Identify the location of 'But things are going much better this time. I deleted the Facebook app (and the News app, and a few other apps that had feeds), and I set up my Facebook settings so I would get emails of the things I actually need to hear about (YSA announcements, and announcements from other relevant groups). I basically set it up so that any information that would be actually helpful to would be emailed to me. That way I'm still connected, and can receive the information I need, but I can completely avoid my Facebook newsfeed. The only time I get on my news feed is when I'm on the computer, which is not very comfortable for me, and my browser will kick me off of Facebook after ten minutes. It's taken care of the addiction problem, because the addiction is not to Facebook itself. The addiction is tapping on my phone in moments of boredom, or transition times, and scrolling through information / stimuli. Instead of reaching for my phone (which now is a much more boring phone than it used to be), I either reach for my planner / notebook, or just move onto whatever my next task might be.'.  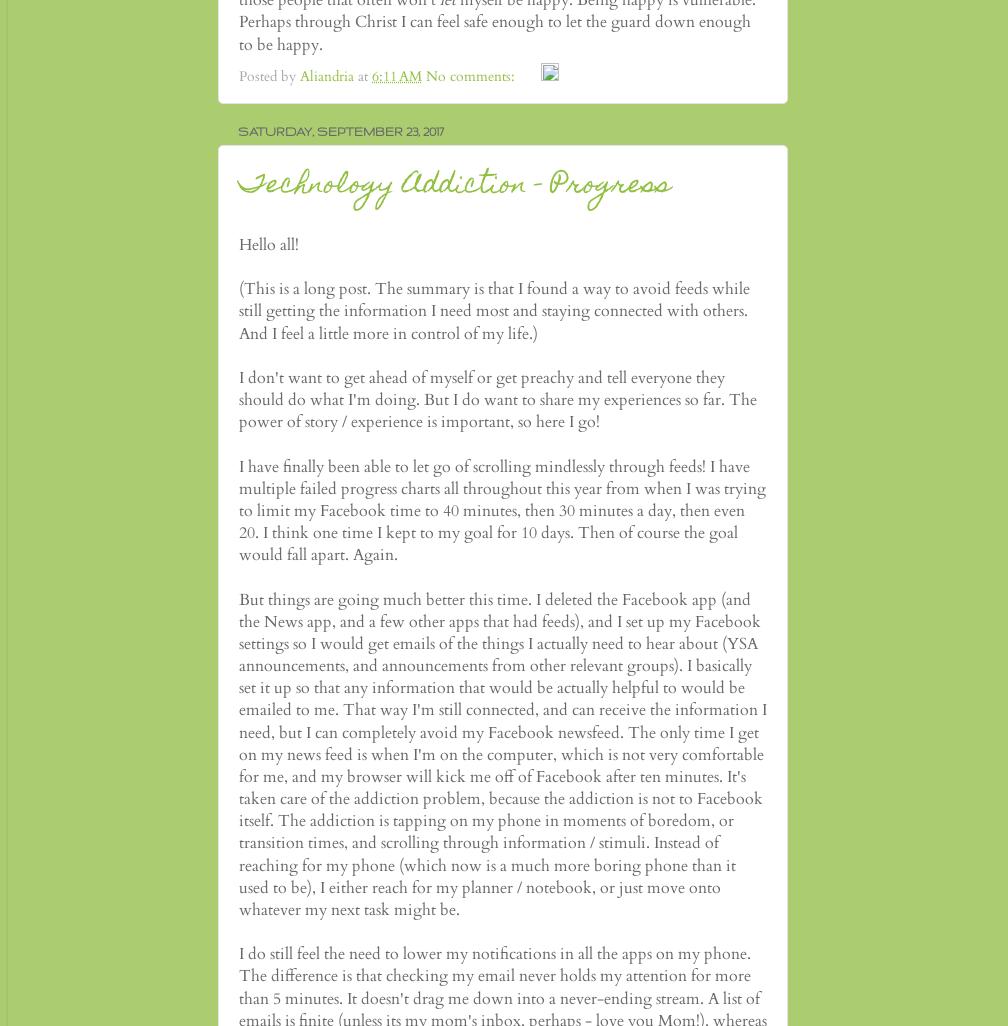
(502, 754).